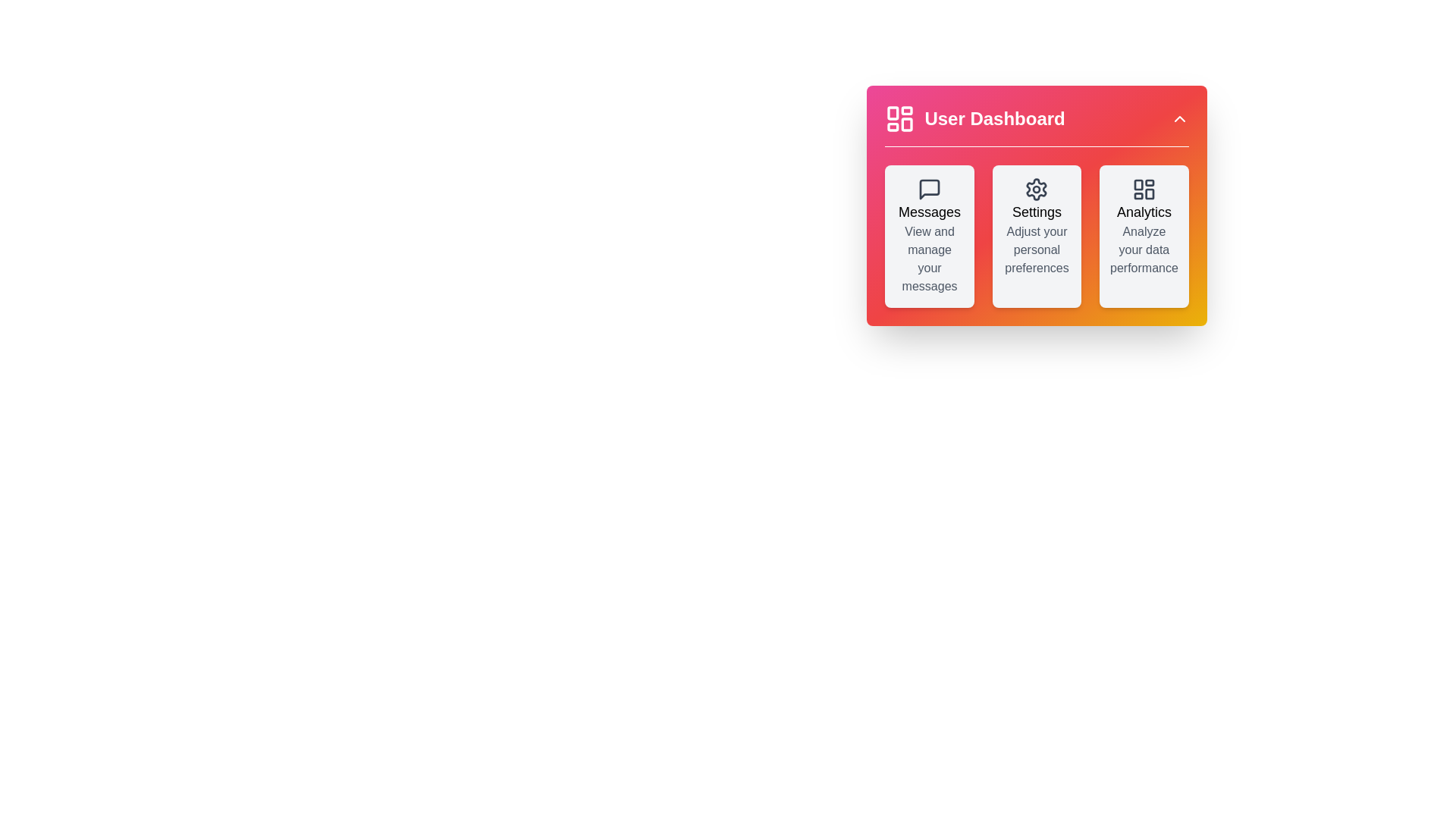 This screenshot has width=1456, height=819. Describe the element at coordinates (1036, 189) in the screenshot. I see `the gear icon located within the settings icon on the dashboard panel, positioned in the middle of the three cards` at that location.